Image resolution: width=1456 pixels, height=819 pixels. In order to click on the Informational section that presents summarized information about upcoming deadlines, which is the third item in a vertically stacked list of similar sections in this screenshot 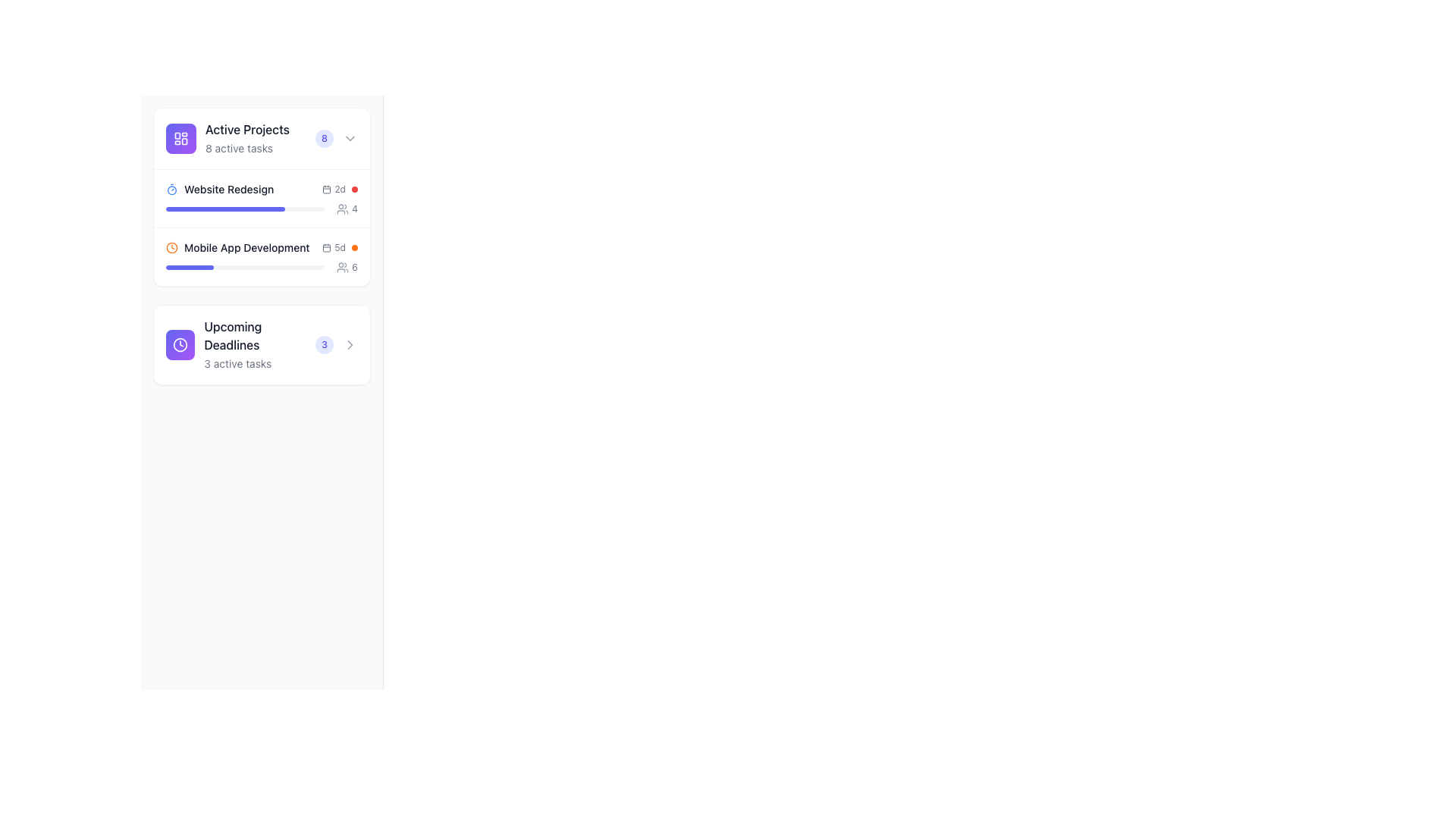, I will do `click(240, 345)`.